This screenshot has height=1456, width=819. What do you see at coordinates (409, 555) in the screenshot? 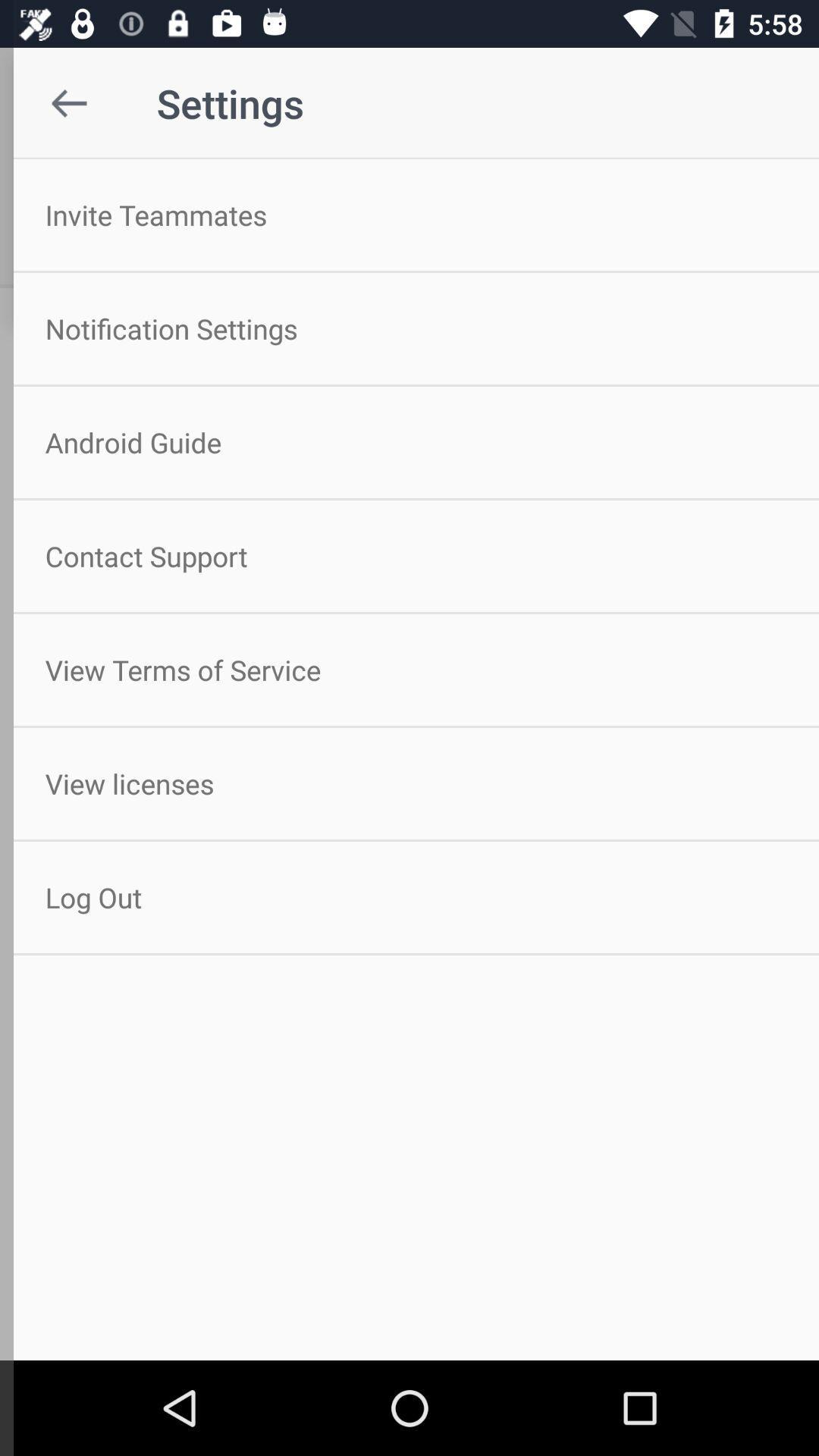
I see `the icon above view terms of item` at bounding box center [409, 555].